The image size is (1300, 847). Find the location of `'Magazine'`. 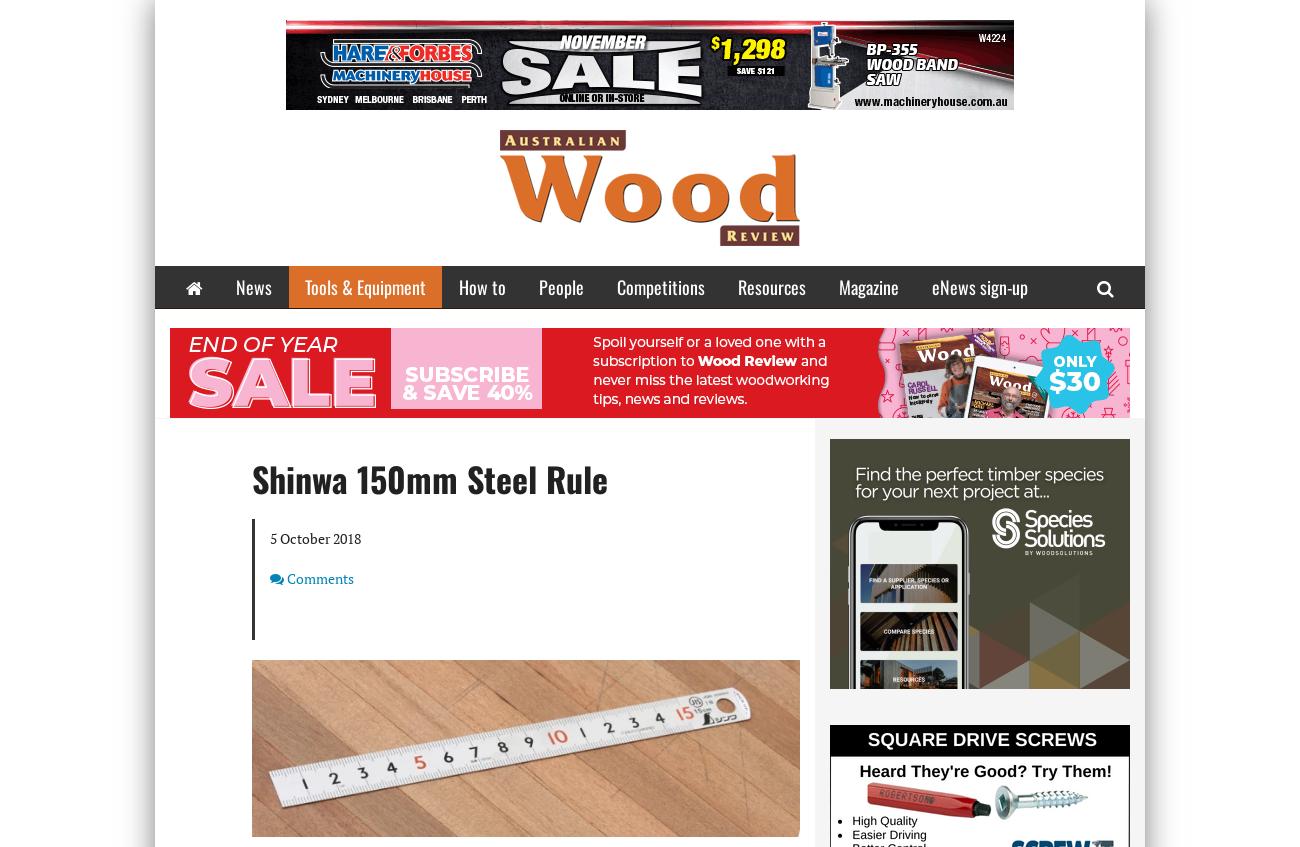

'Magazine' is located at coordinates (868, 285).